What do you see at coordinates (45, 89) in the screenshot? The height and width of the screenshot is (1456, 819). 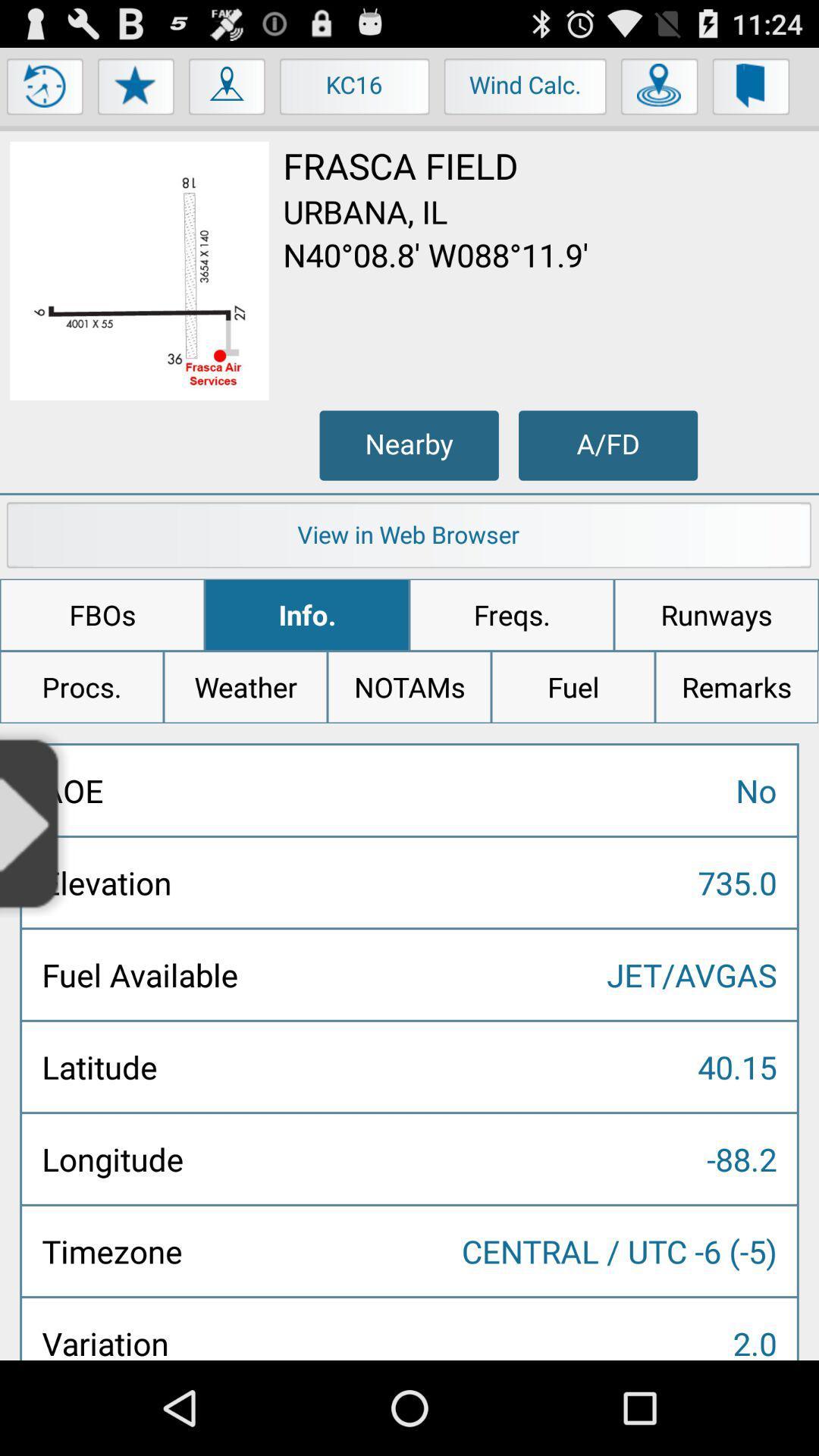 I see `open time` at bounding box center [45, 89].